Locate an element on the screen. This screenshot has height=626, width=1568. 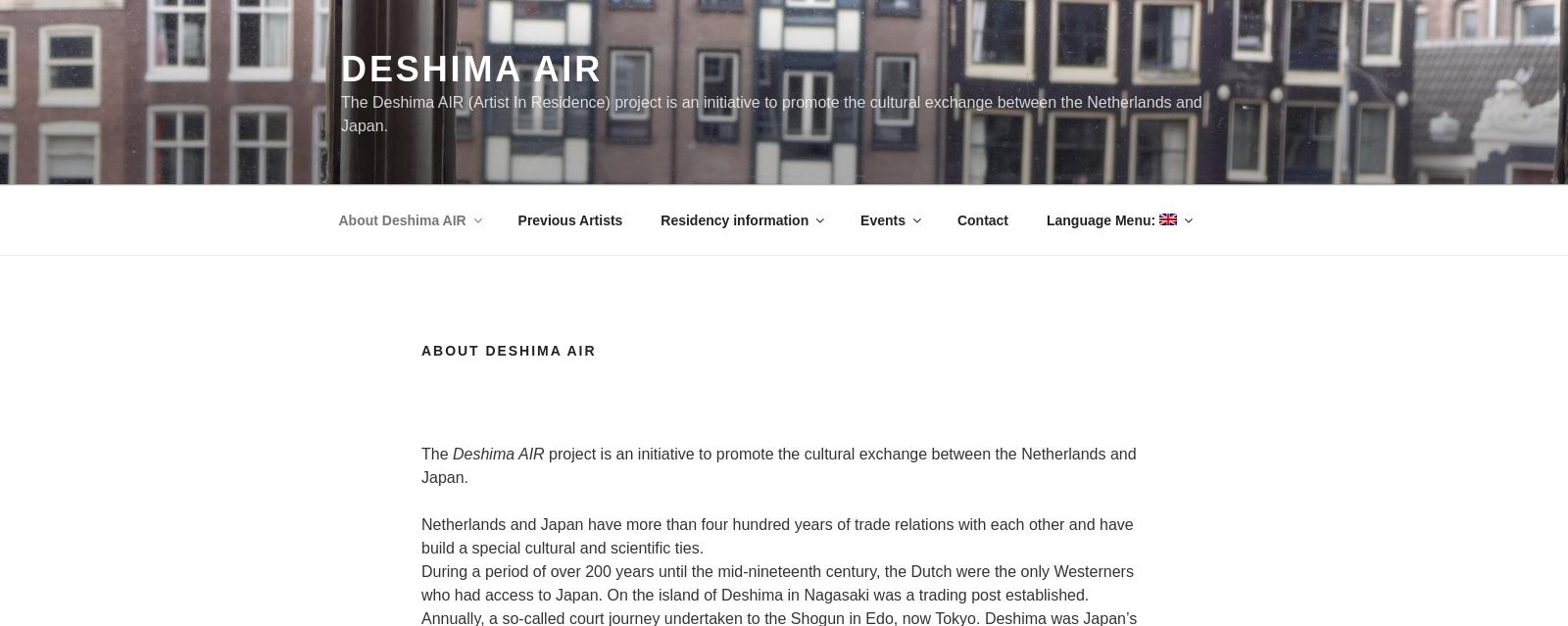
'Residency information' is located at coordinates (734, 217).